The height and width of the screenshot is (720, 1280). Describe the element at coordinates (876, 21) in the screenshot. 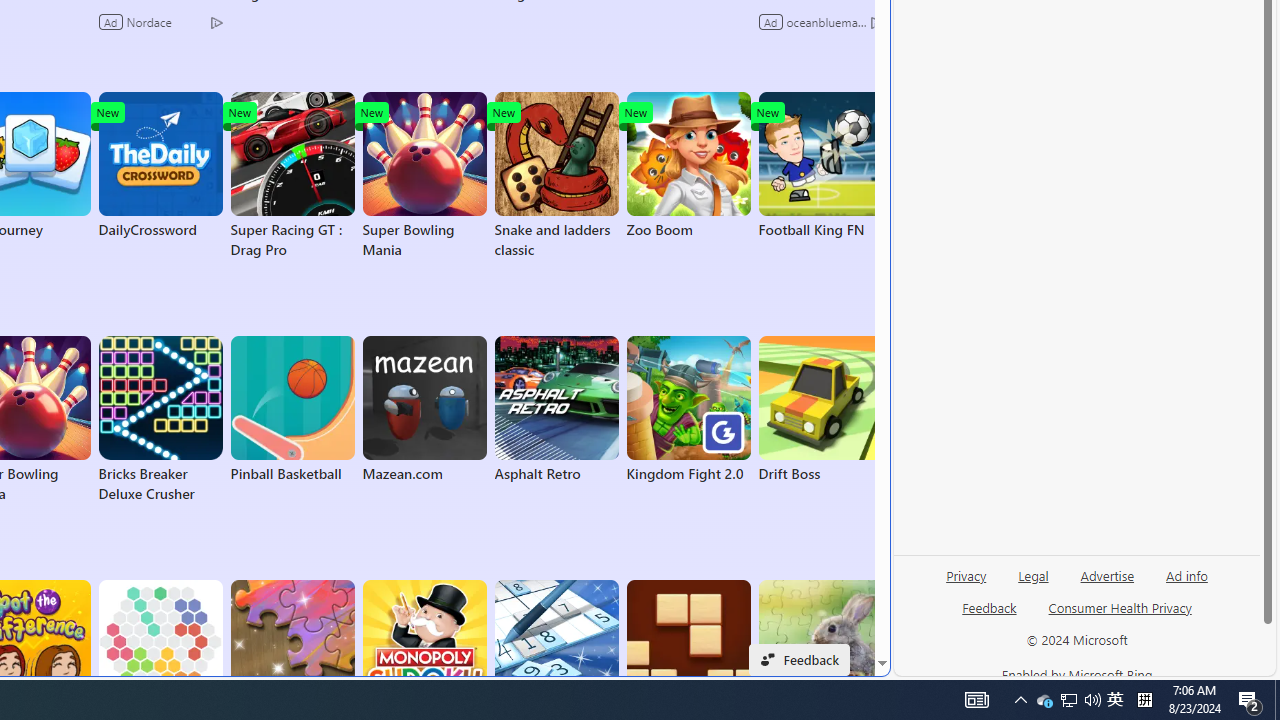

I see `'Class: ad-choice  ad-choice-mono '` at that location.